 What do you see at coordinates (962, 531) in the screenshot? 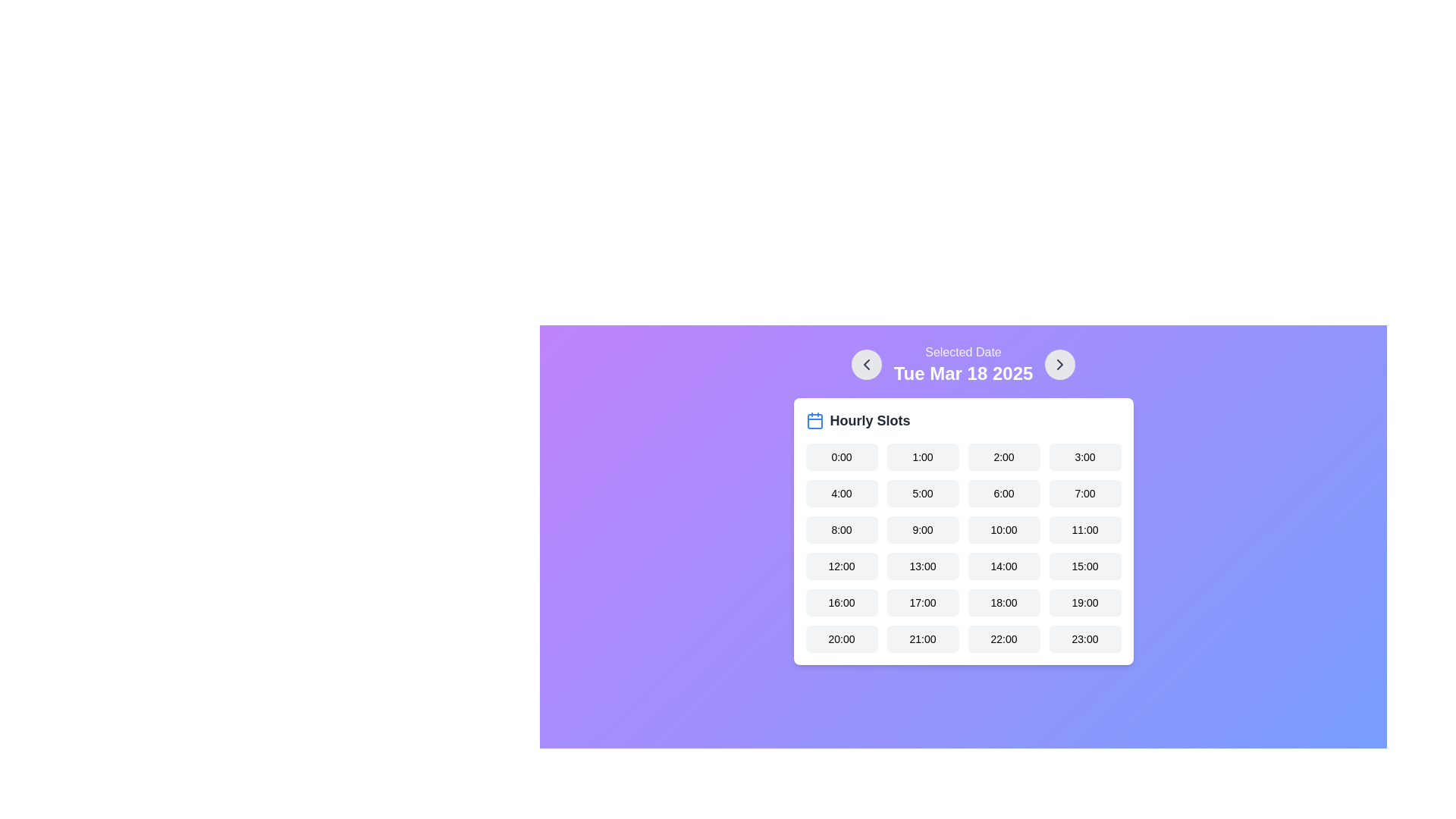
I see `an hourly slot button within the Interactive card titled 'Hourly Slots'` at bounding box center [962, 531].